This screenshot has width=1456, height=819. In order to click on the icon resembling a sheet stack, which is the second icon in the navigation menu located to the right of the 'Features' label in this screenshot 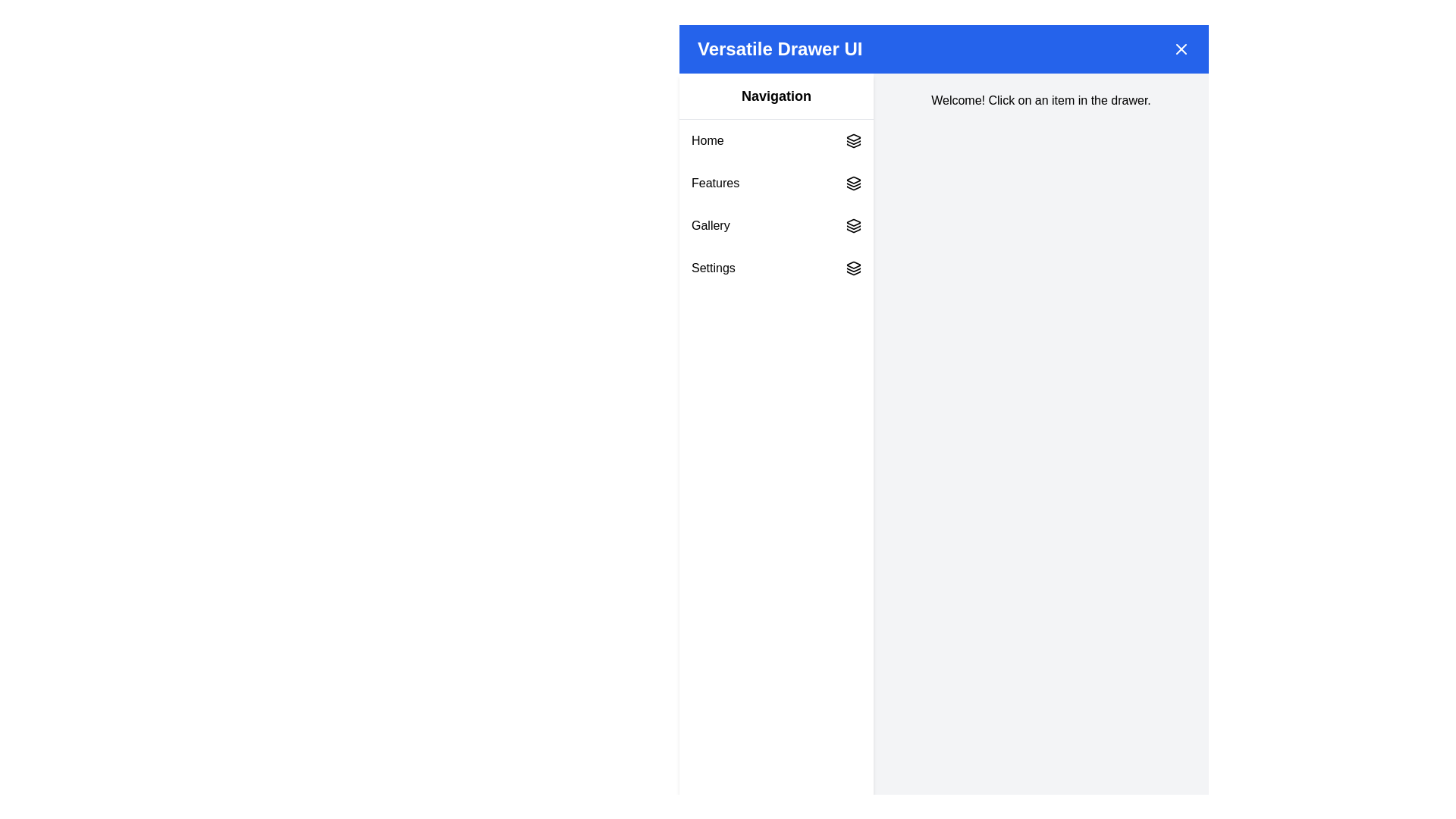, I will do `click(854, 183)`.